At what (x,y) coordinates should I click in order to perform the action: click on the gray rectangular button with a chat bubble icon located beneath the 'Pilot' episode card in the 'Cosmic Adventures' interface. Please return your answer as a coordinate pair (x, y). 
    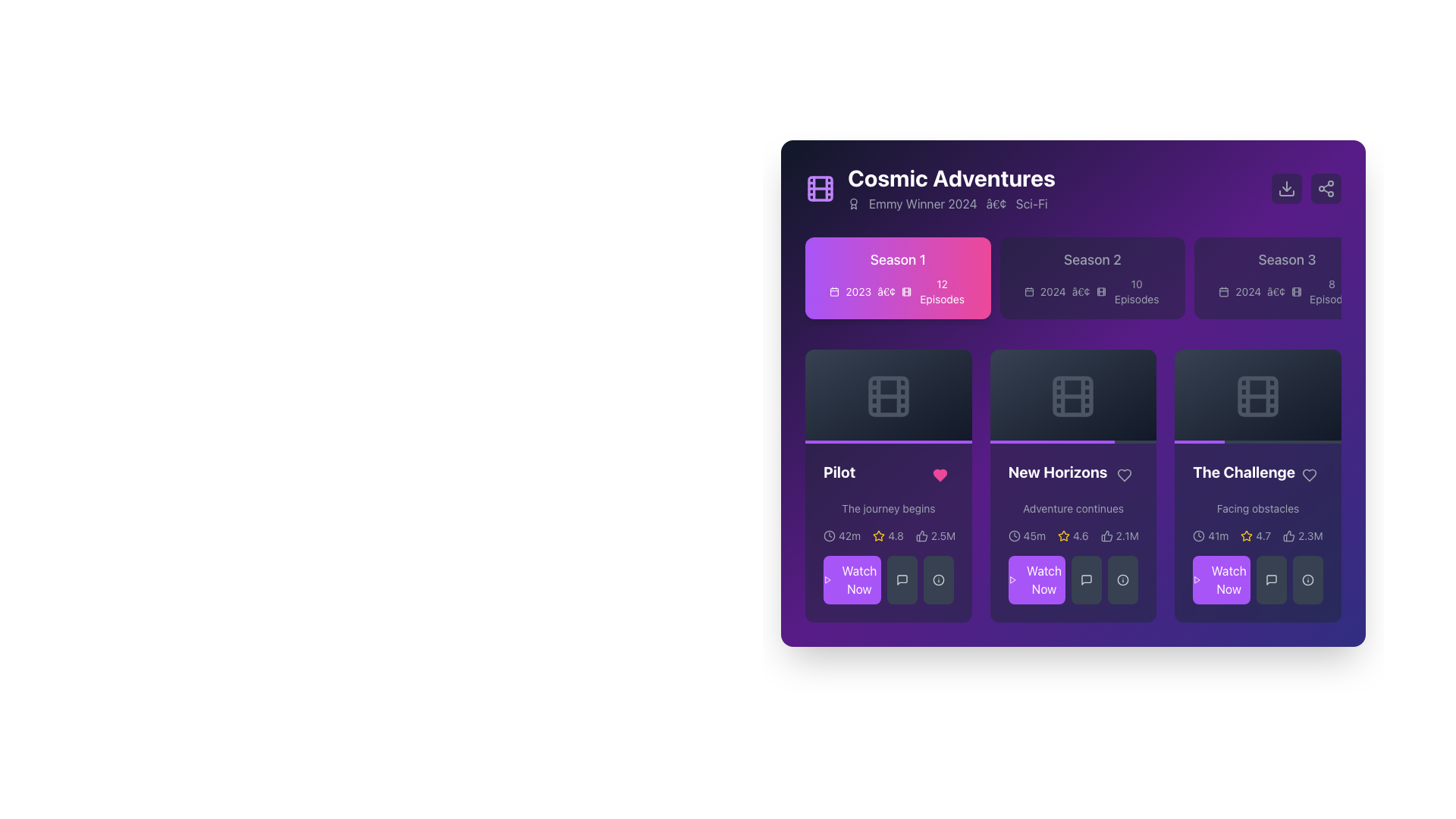
    Looking at the image, I should click on (902, 579).